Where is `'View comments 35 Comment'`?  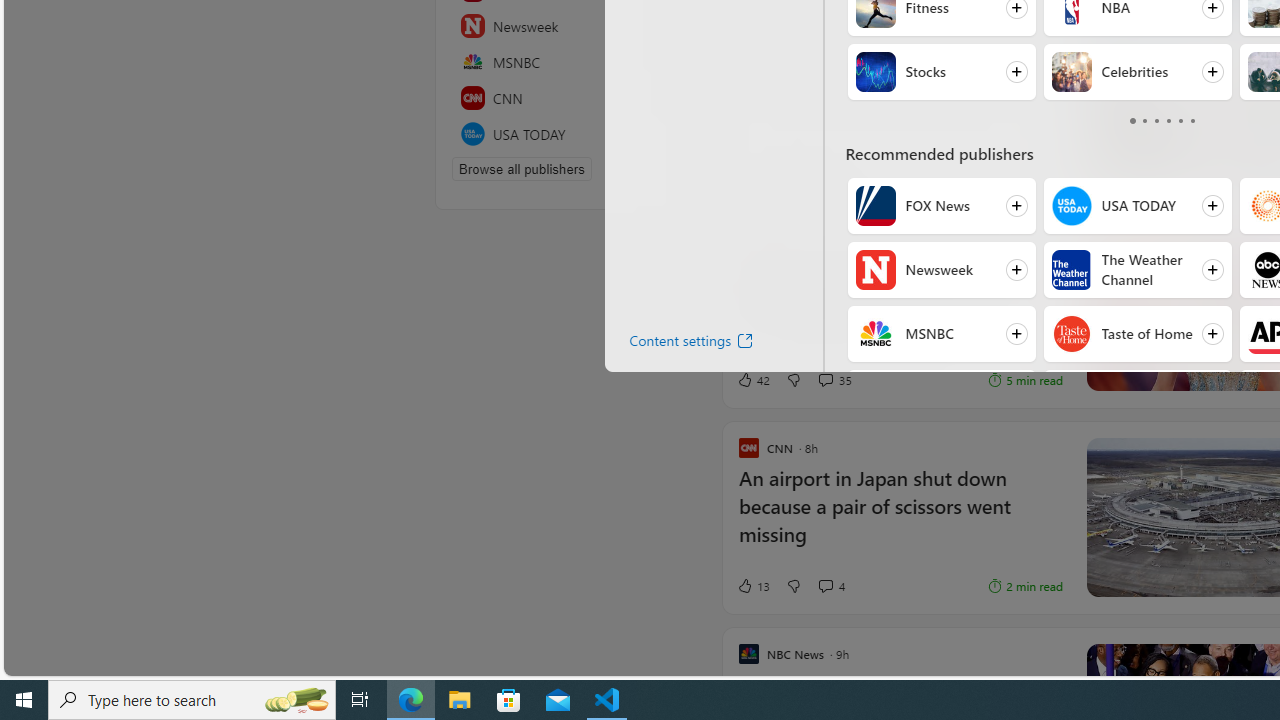 'View comments 35 Comment' is located at coordinates (834, 379).